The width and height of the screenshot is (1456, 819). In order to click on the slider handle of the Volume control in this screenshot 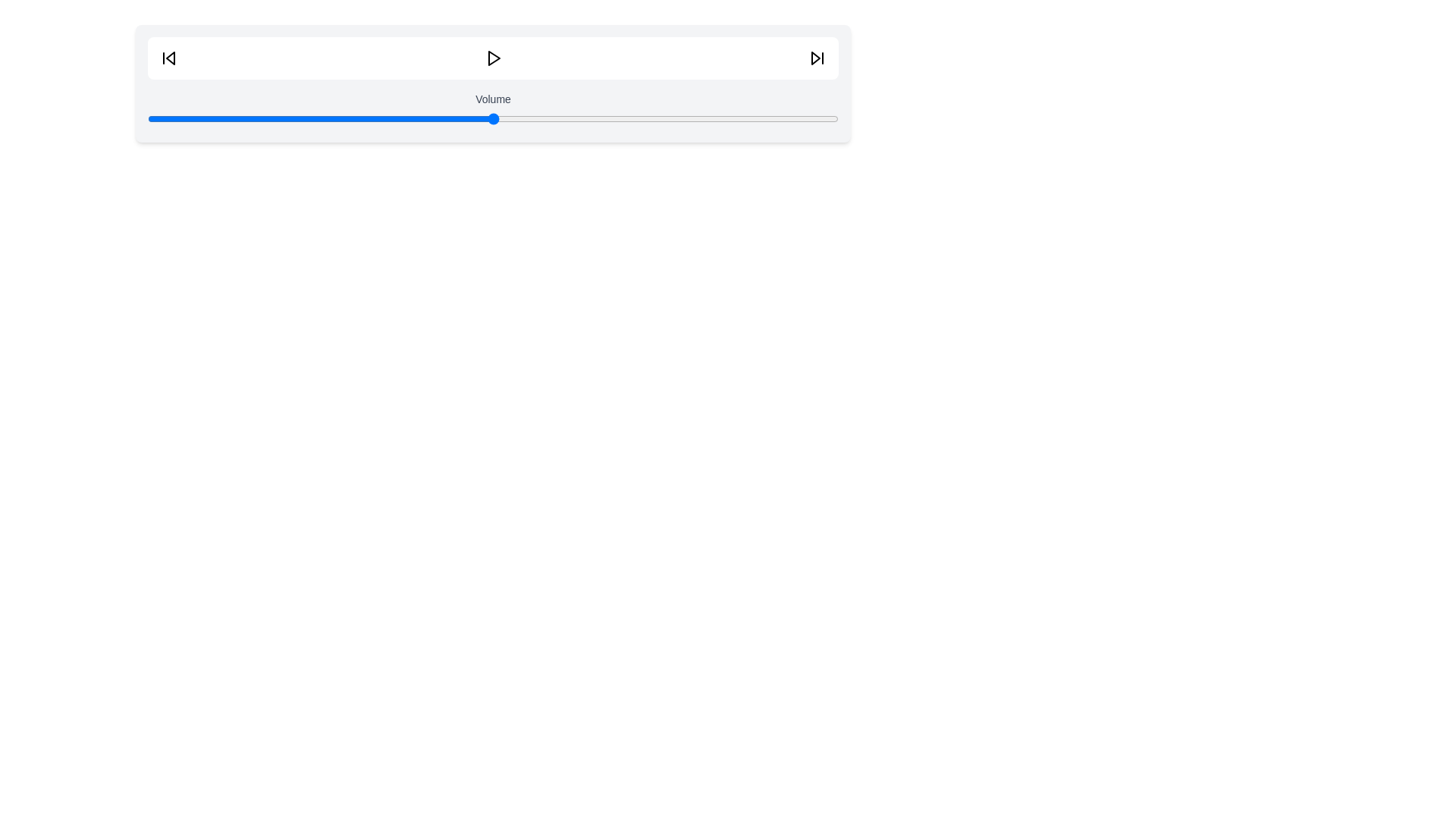, I will do `click(493, 118)`.